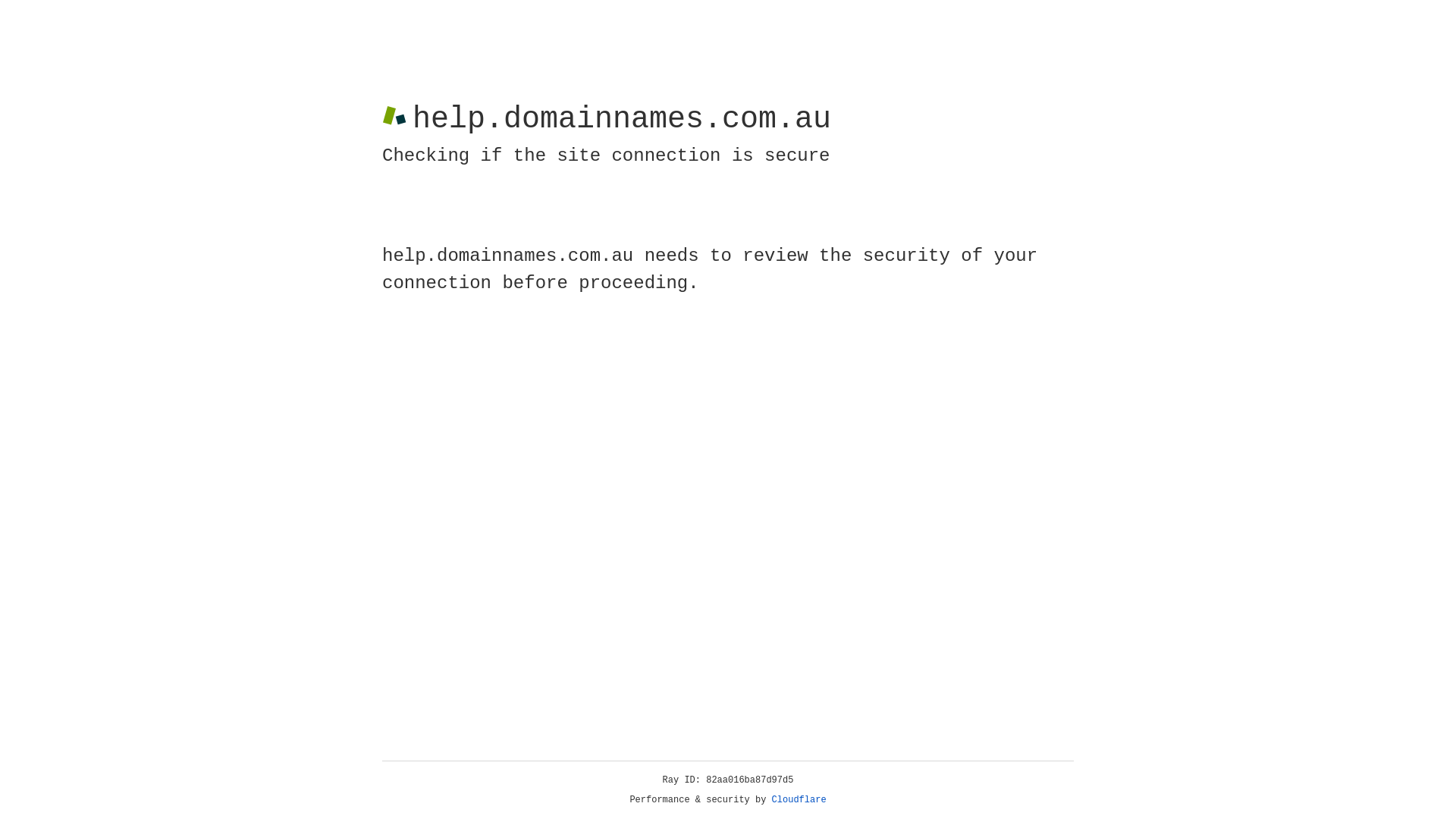 This screenshot has height=819, width=1456. Describe the element at coordinates (771, 799) in the screenshot. I see `'Cloudflare'` at that location.